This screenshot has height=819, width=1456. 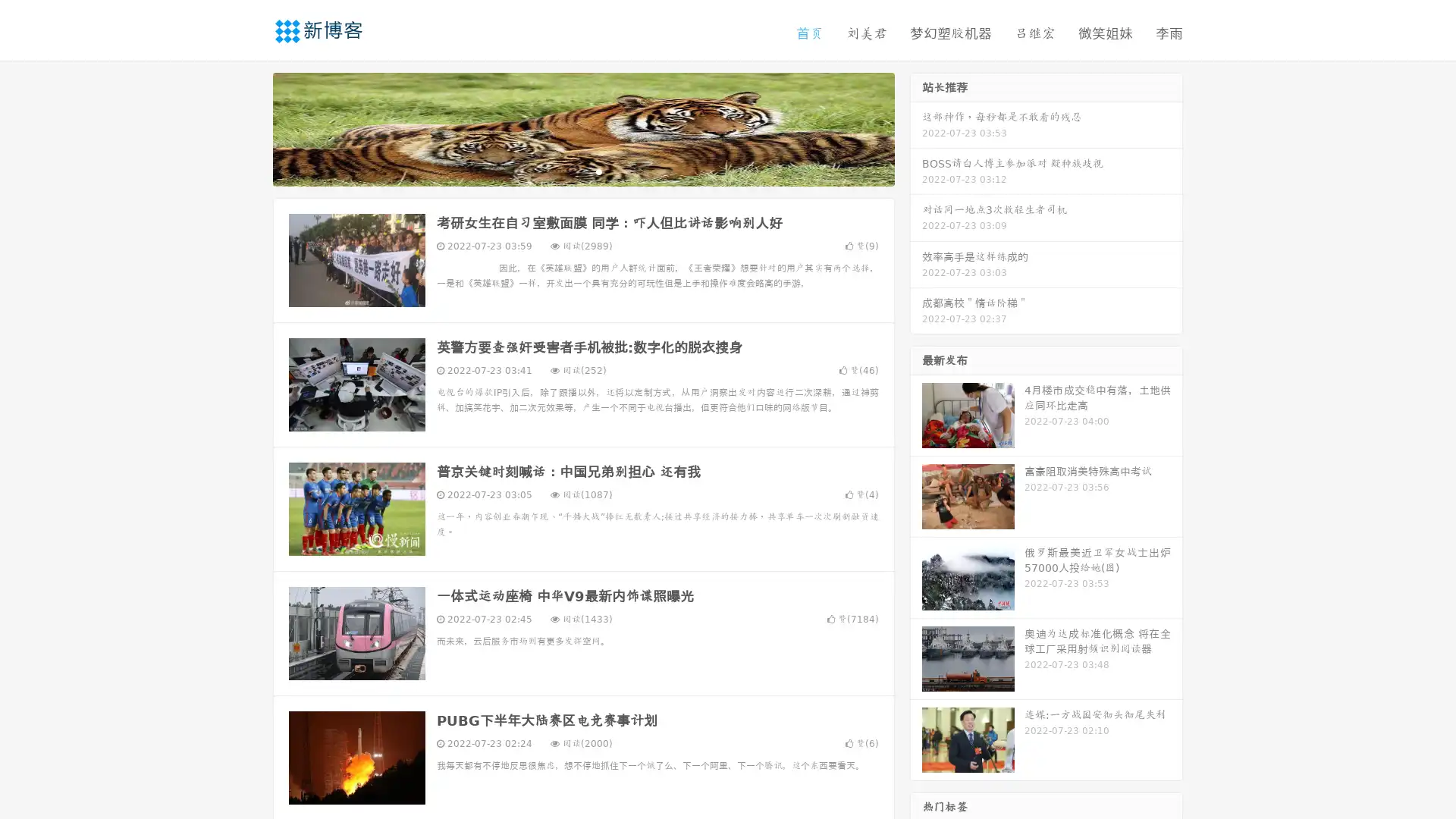 What do you see at coordinates (582, 171) in the screenshot?
I see `Go to slide 2` at bounding box center [582, 171].